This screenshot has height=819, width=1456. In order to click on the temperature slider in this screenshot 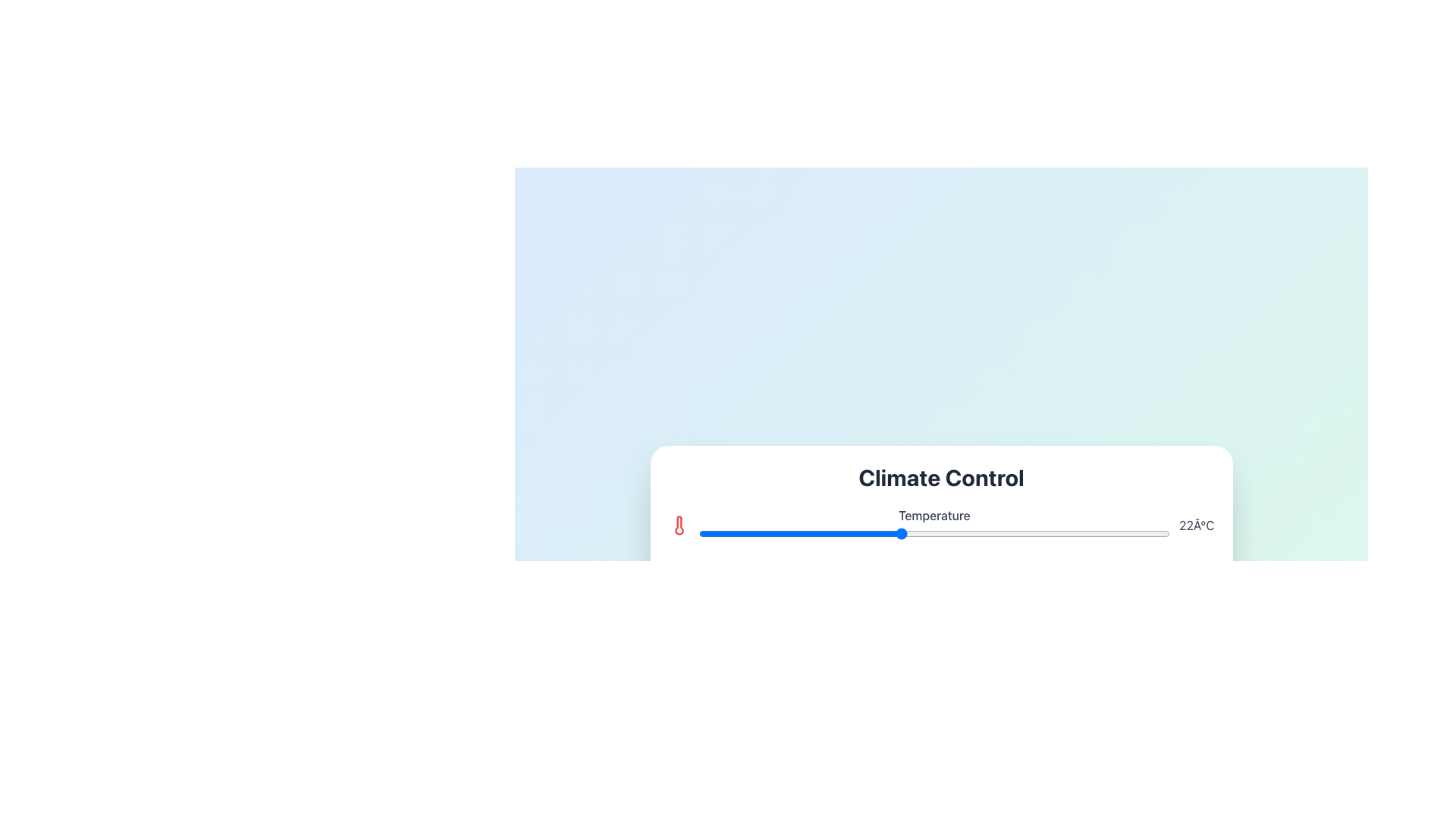, I will do `click(766, 533)`.